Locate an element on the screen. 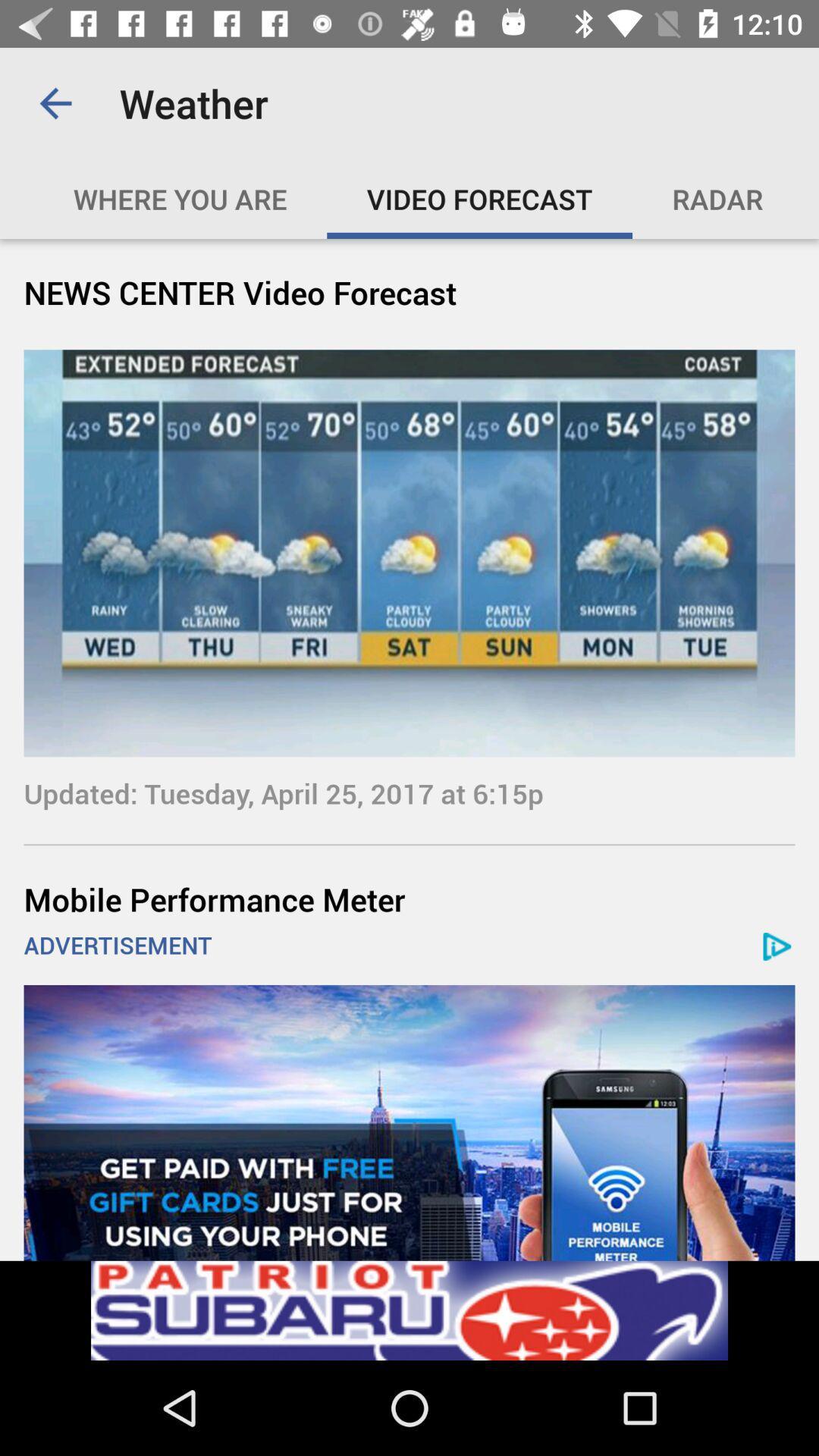 The height and width of the screenshot is (1456, 819). advertisement is located at coordinates (409, 1122).